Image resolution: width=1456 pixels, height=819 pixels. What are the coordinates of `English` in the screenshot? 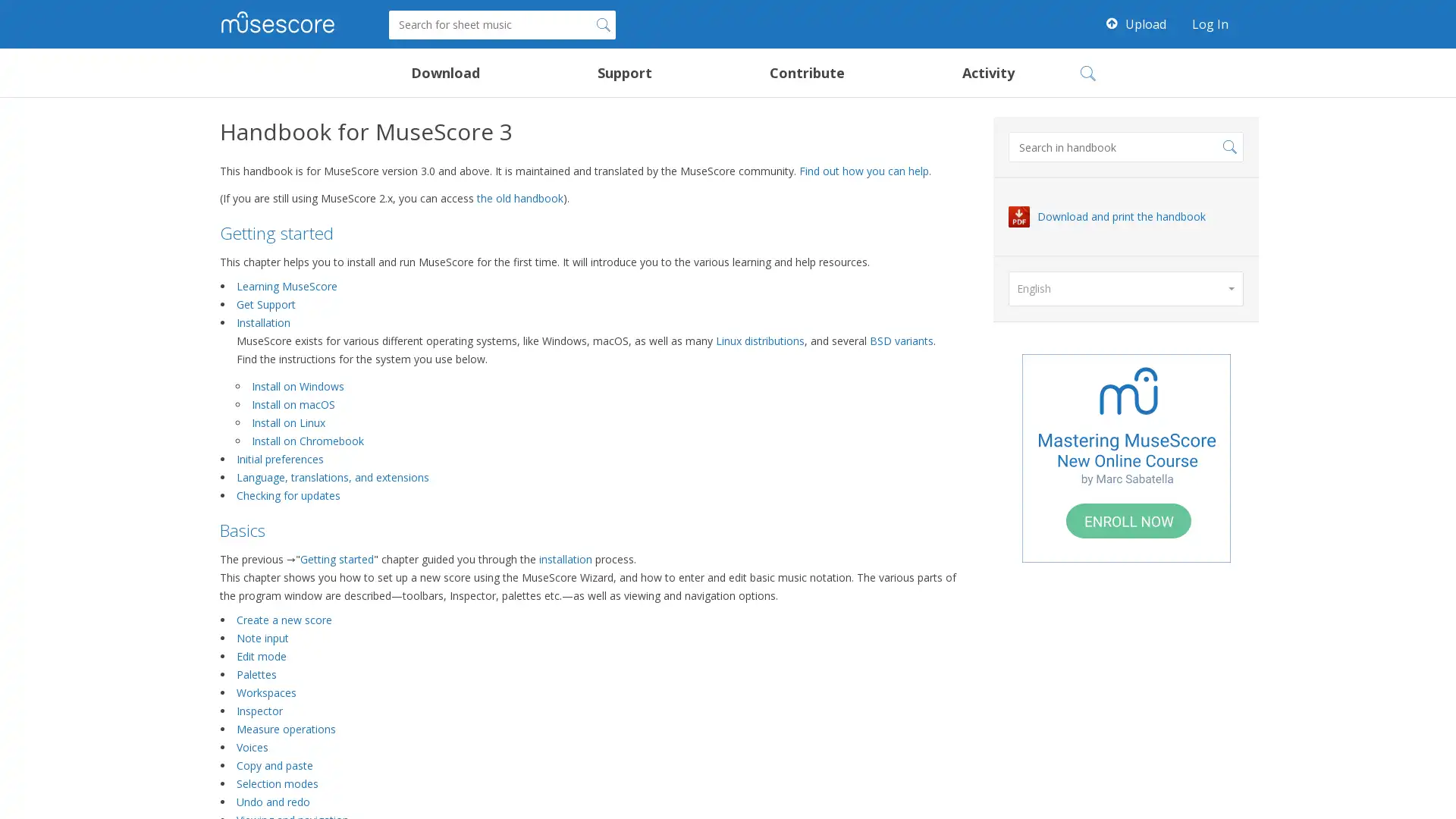 It's located at (1125, 289).